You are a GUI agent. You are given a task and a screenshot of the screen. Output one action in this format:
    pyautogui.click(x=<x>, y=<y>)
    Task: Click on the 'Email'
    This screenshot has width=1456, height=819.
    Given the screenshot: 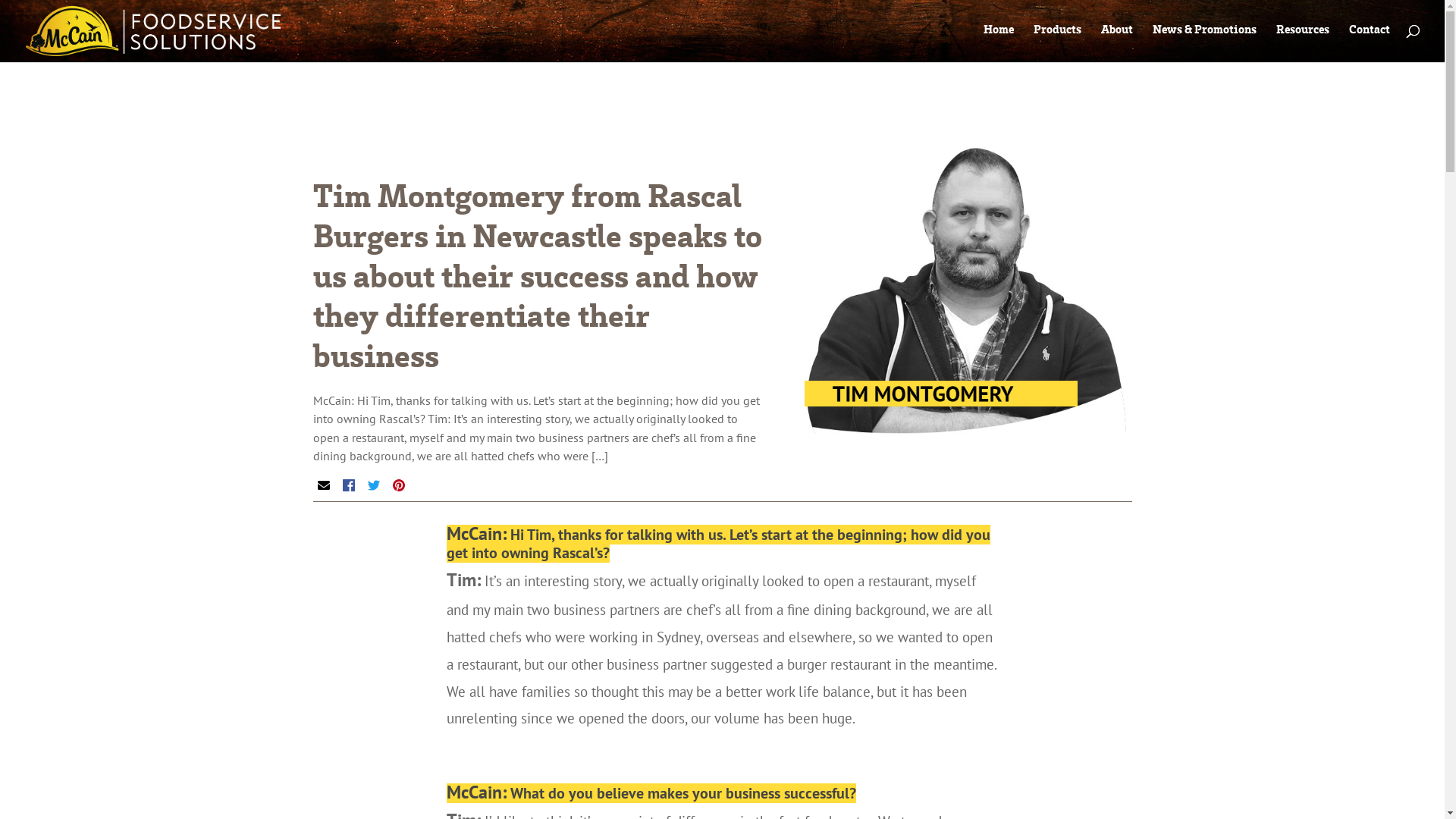 What is the action you would take?
    pyautogui.click(x=322, y=485)
    